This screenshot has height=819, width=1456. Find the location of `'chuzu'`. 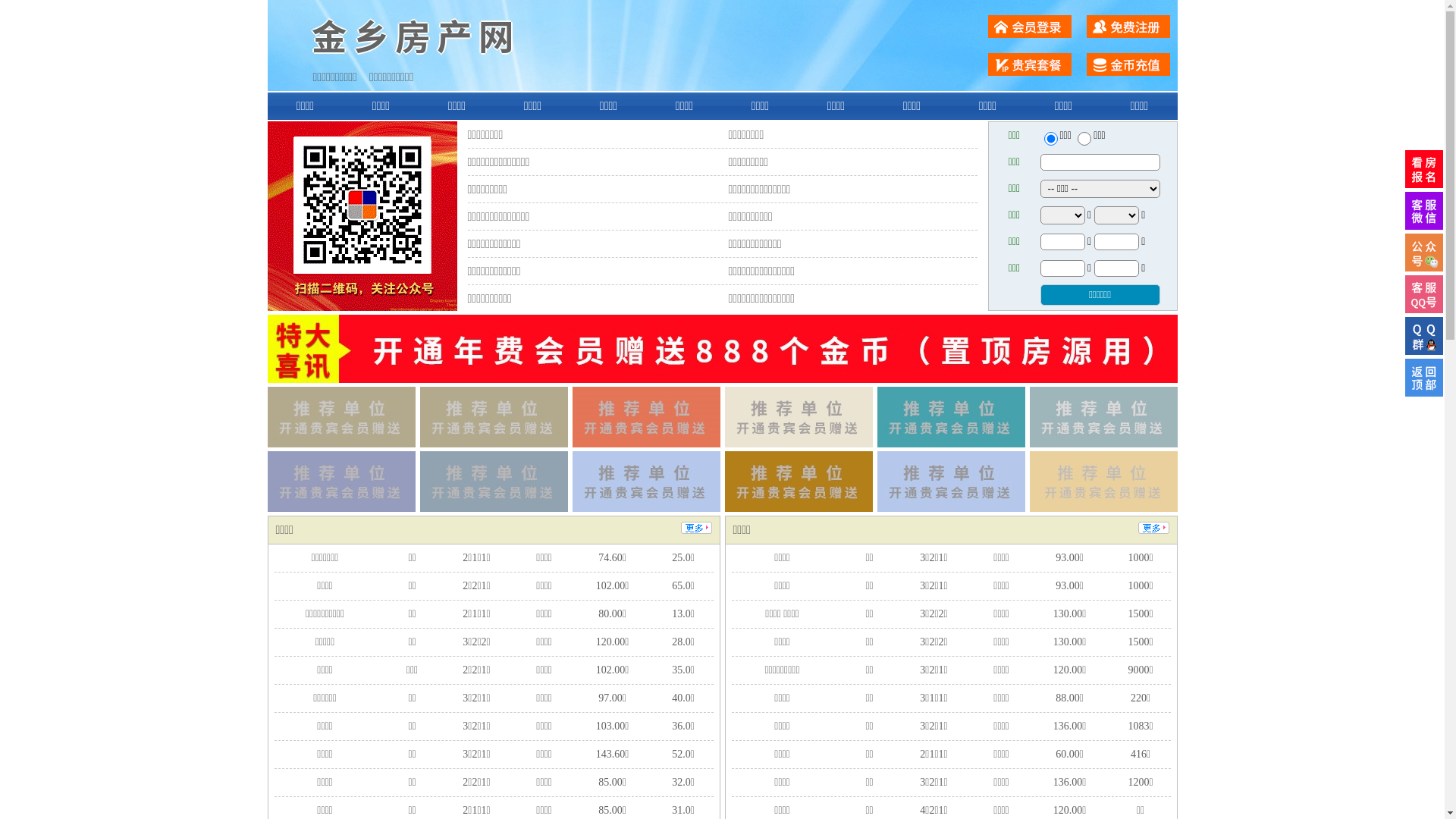

'chuzu' is located at coordinates (1084, 138).